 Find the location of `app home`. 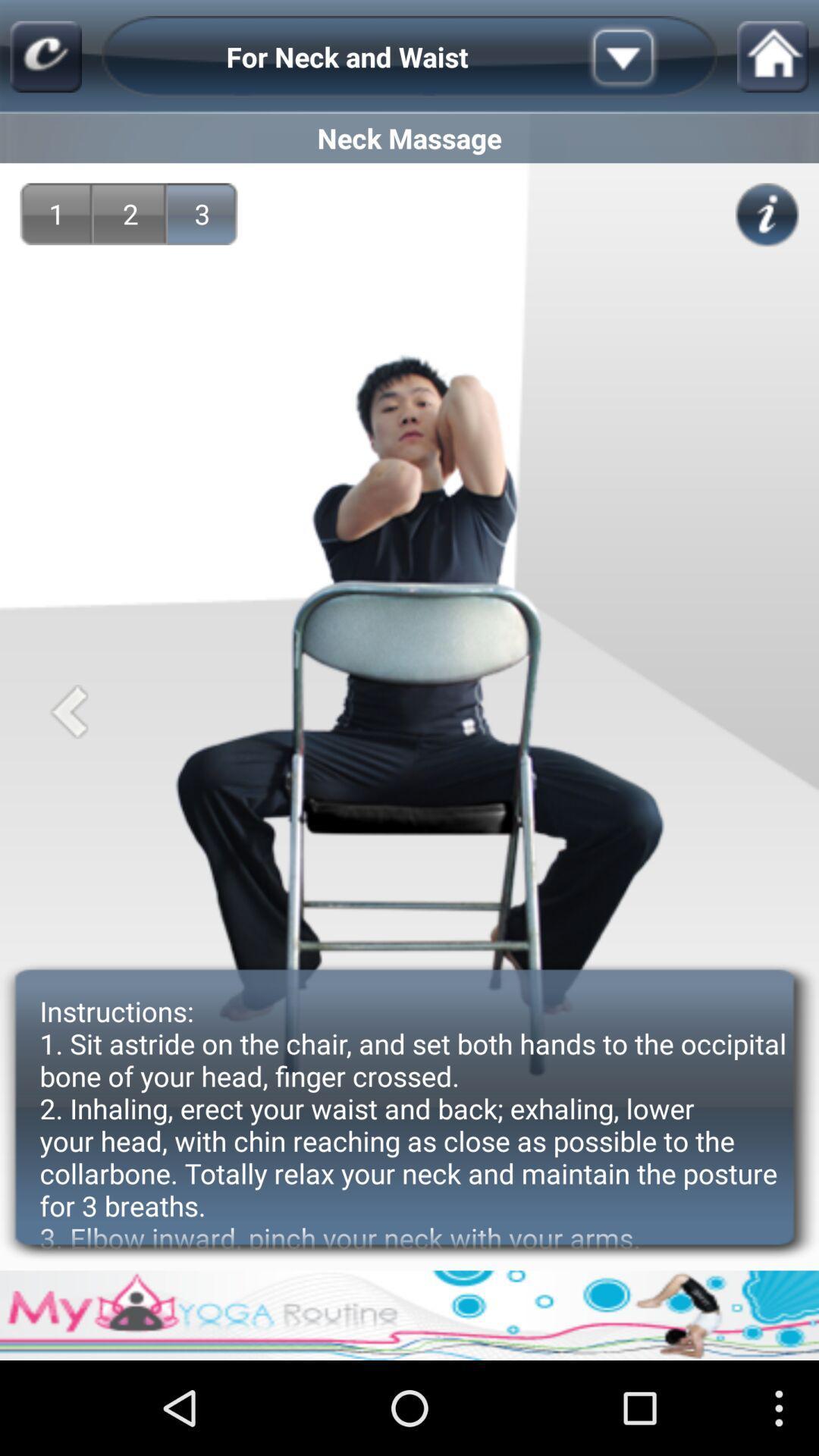

app home is located at coordinates (773, 57).